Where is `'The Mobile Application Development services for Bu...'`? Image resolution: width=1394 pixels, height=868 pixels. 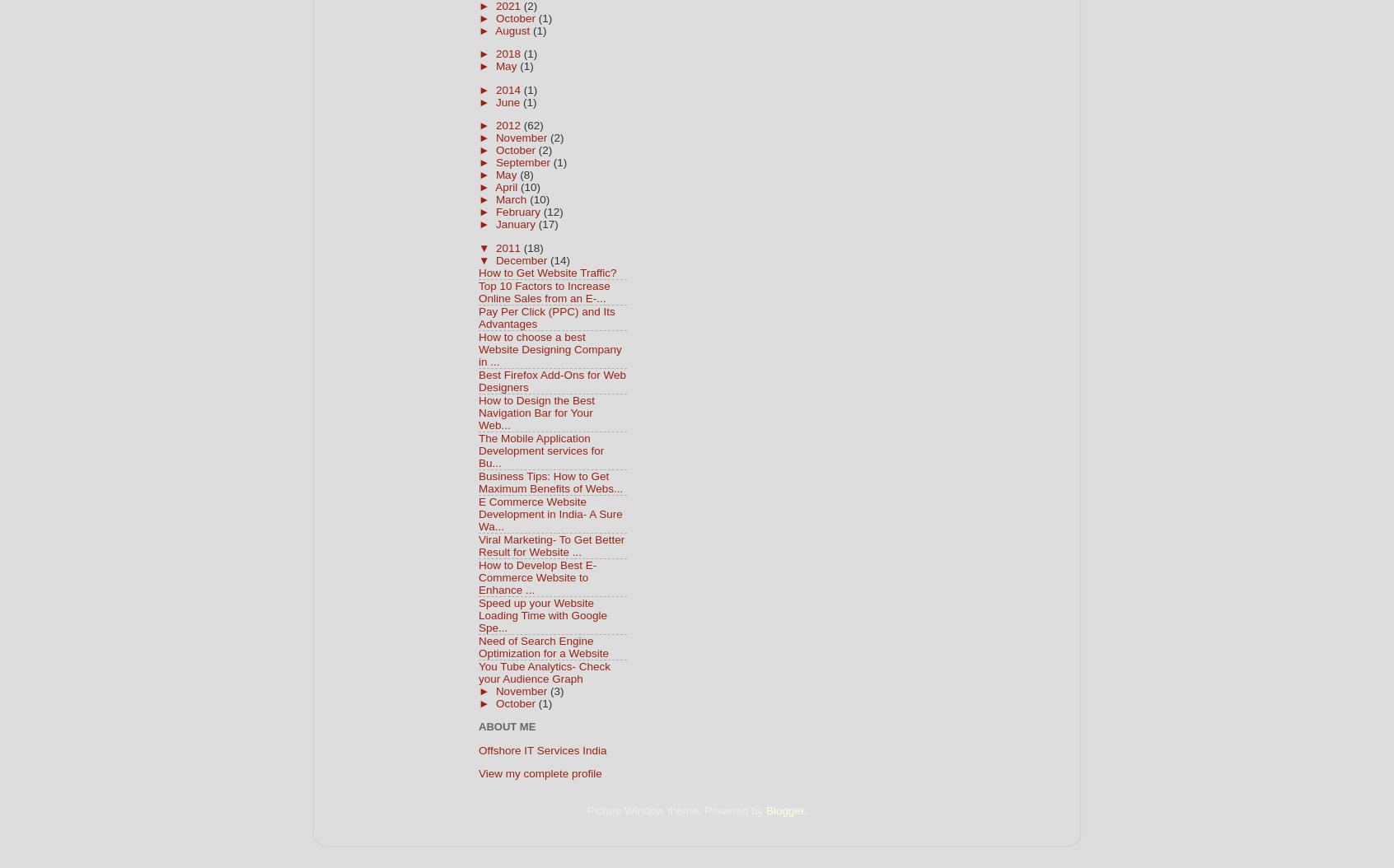
'The Mobile Application Development services for Bu...' is located at coordinates (541, 450).